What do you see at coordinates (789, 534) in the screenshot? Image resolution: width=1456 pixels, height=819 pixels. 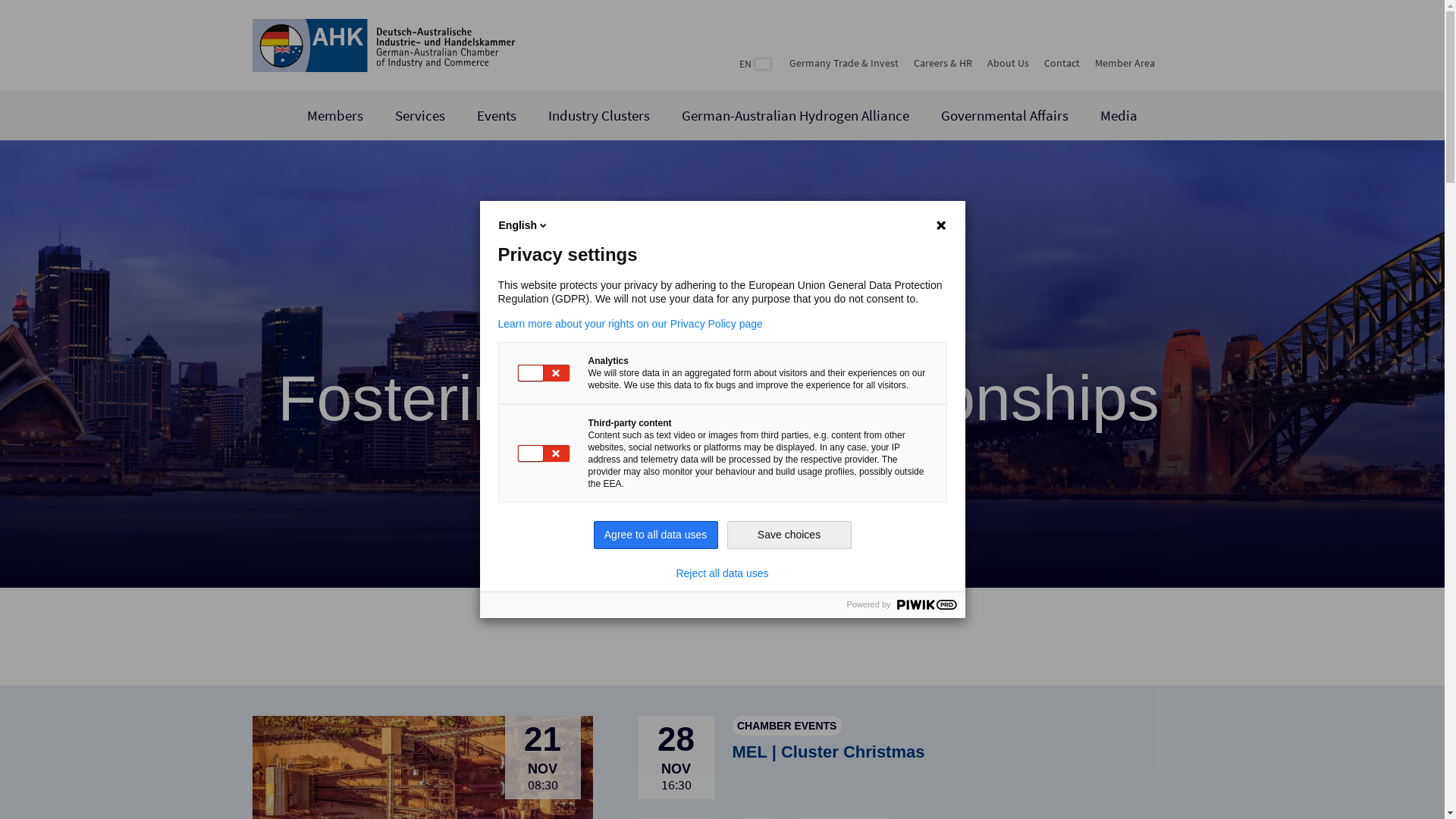 I see `'Save choices'` at bounding box center [789, 534].